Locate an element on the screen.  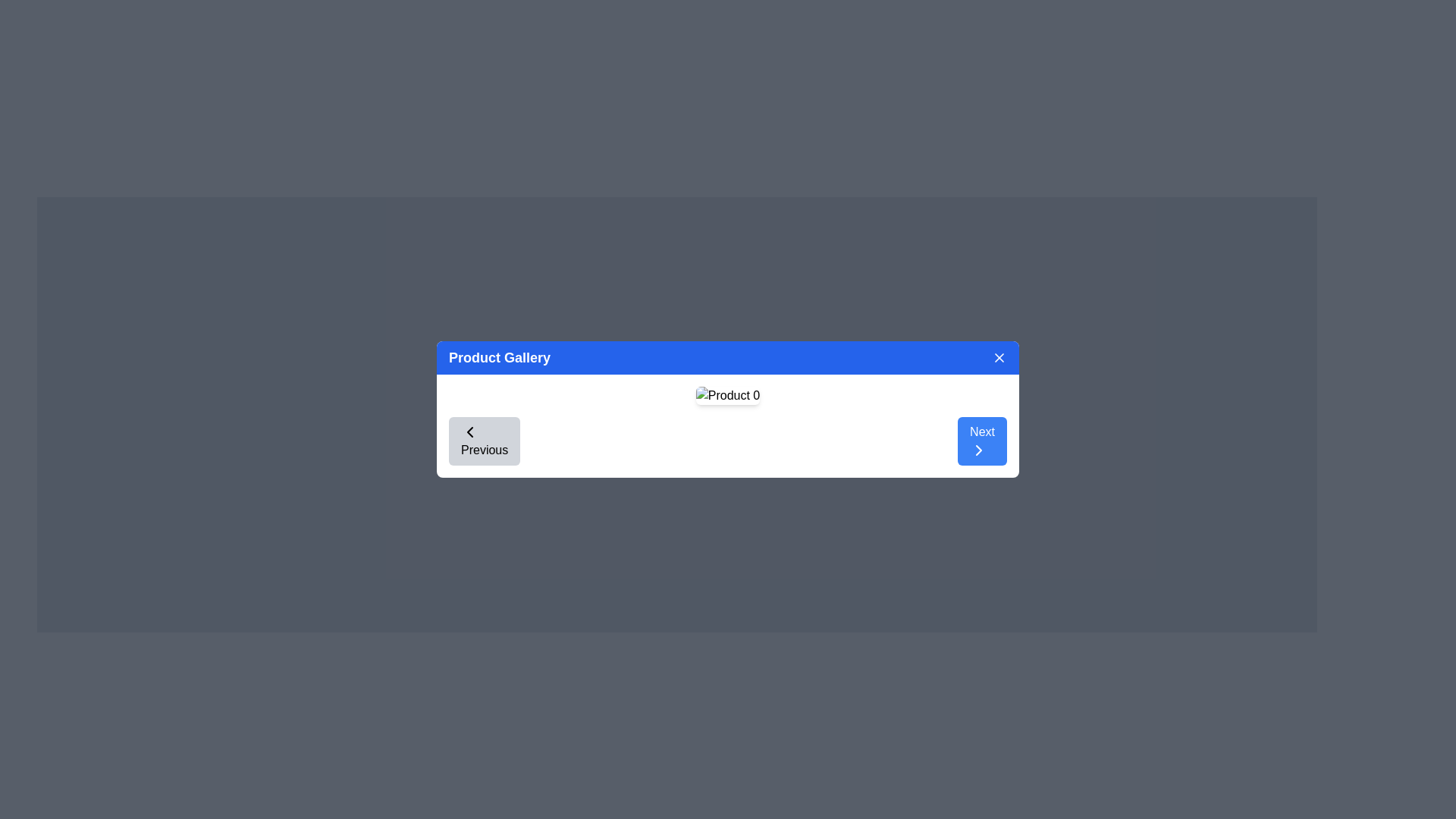
the SVG icon embedded within the 'Next' button located in the lower-right corner of the 'Product Gallery' modal interface is located at coordinates (979, 450).